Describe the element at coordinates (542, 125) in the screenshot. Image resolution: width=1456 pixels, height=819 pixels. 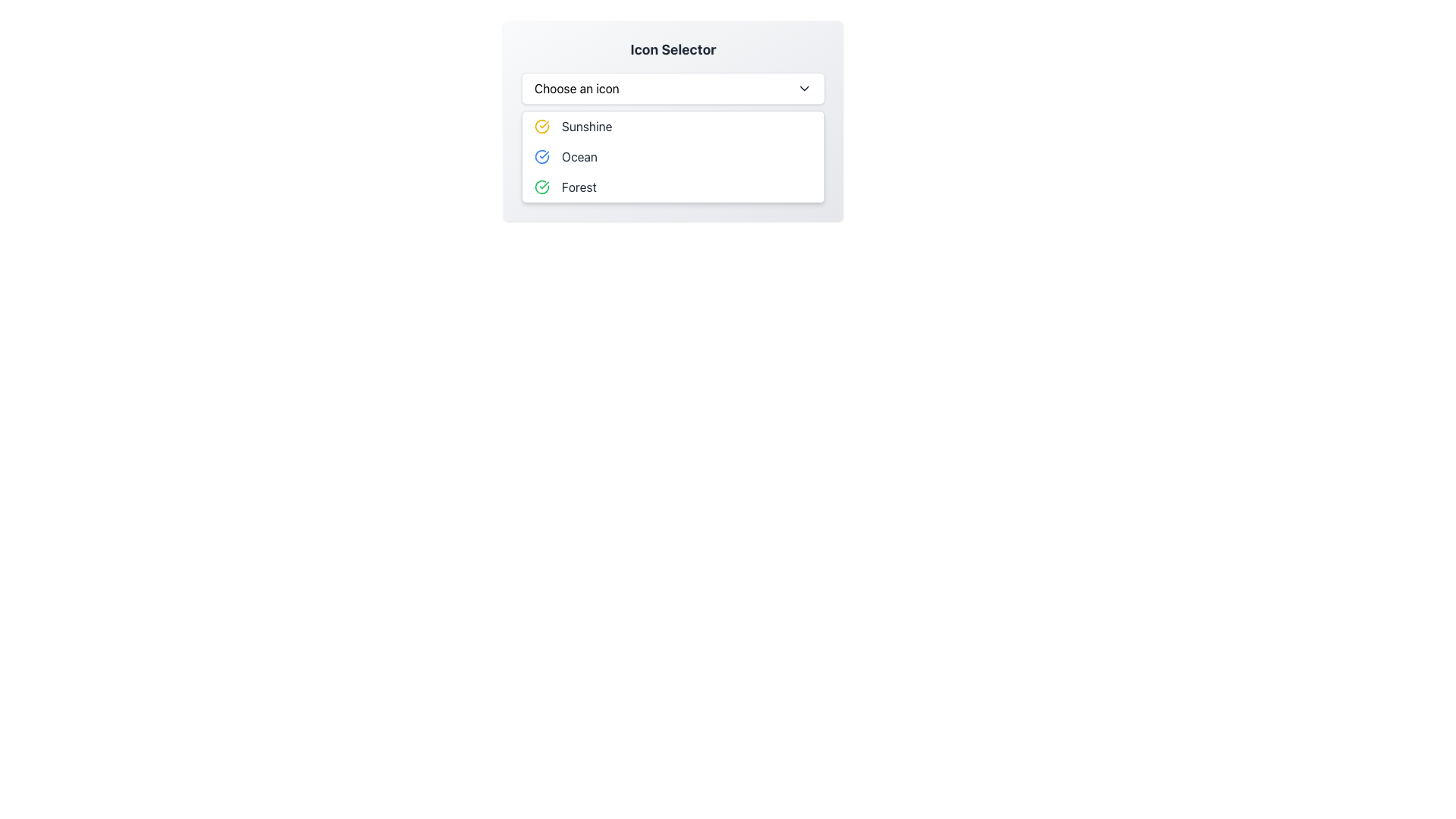
I see `the circular vector icon with a yellow outline and a checkmark, located to the left of the text 'Forest' in the dropdown menu` at that location.